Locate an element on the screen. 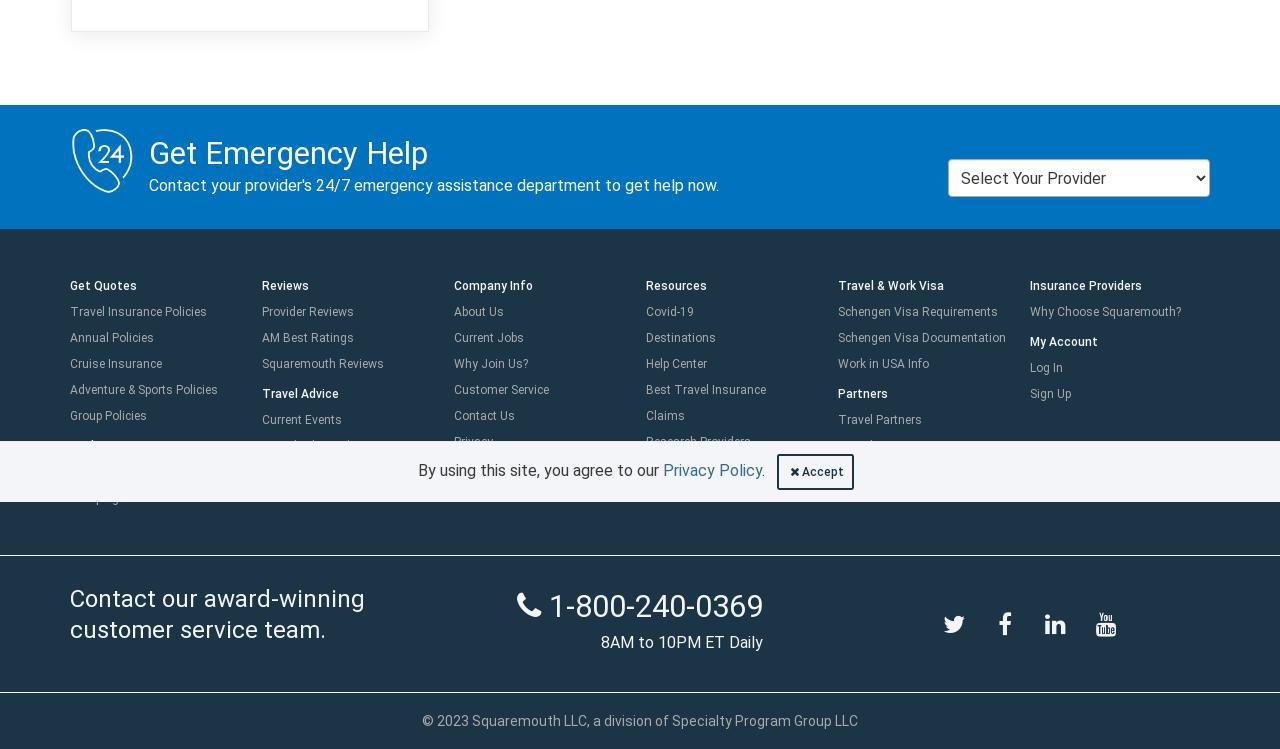  'About Us' is located at coordinates (453, 311).